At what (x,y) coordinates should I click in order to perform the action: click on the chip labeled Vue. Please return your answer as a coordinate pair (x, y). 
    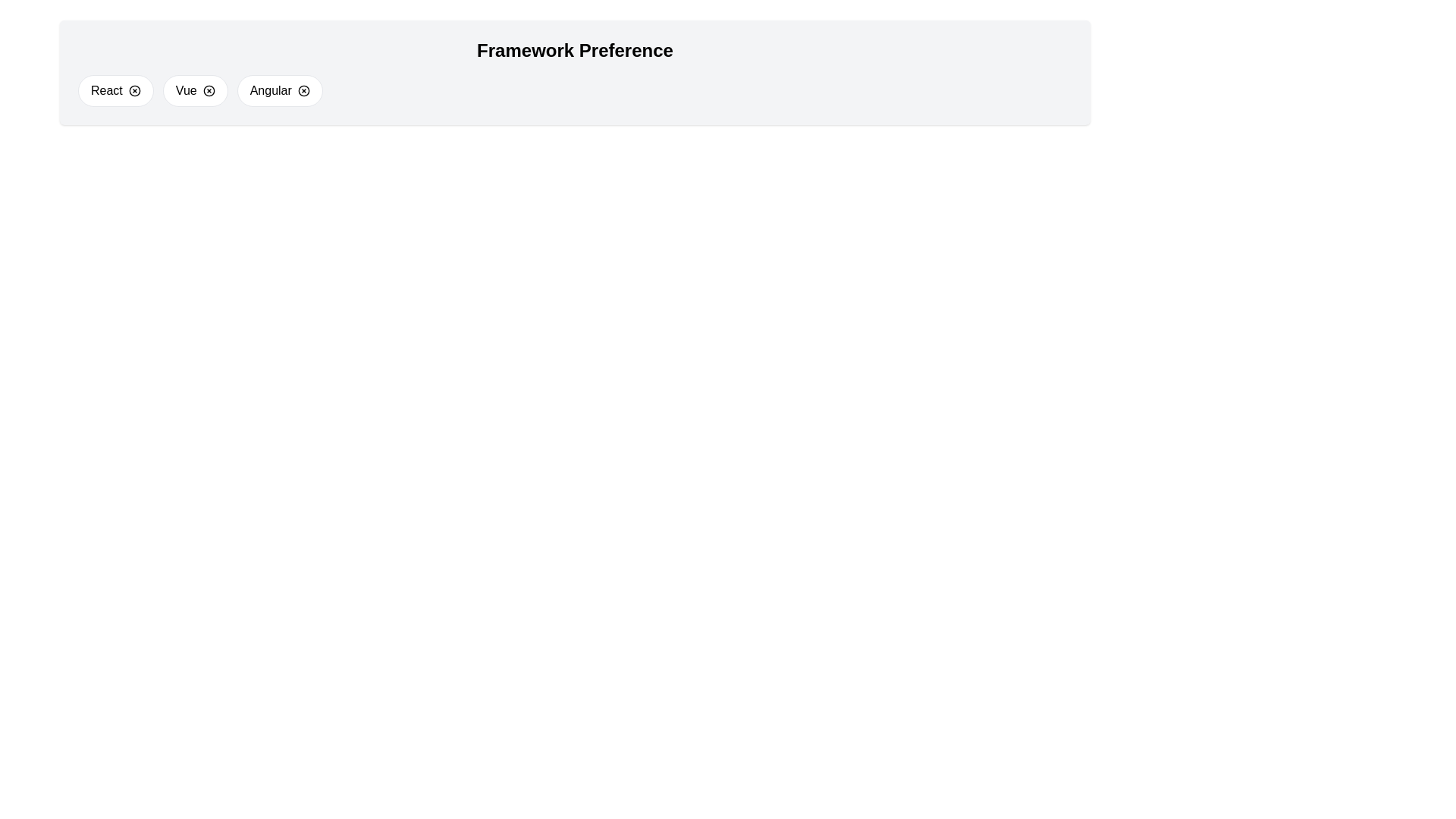
    Looking at the image, I should click on (194, 90).